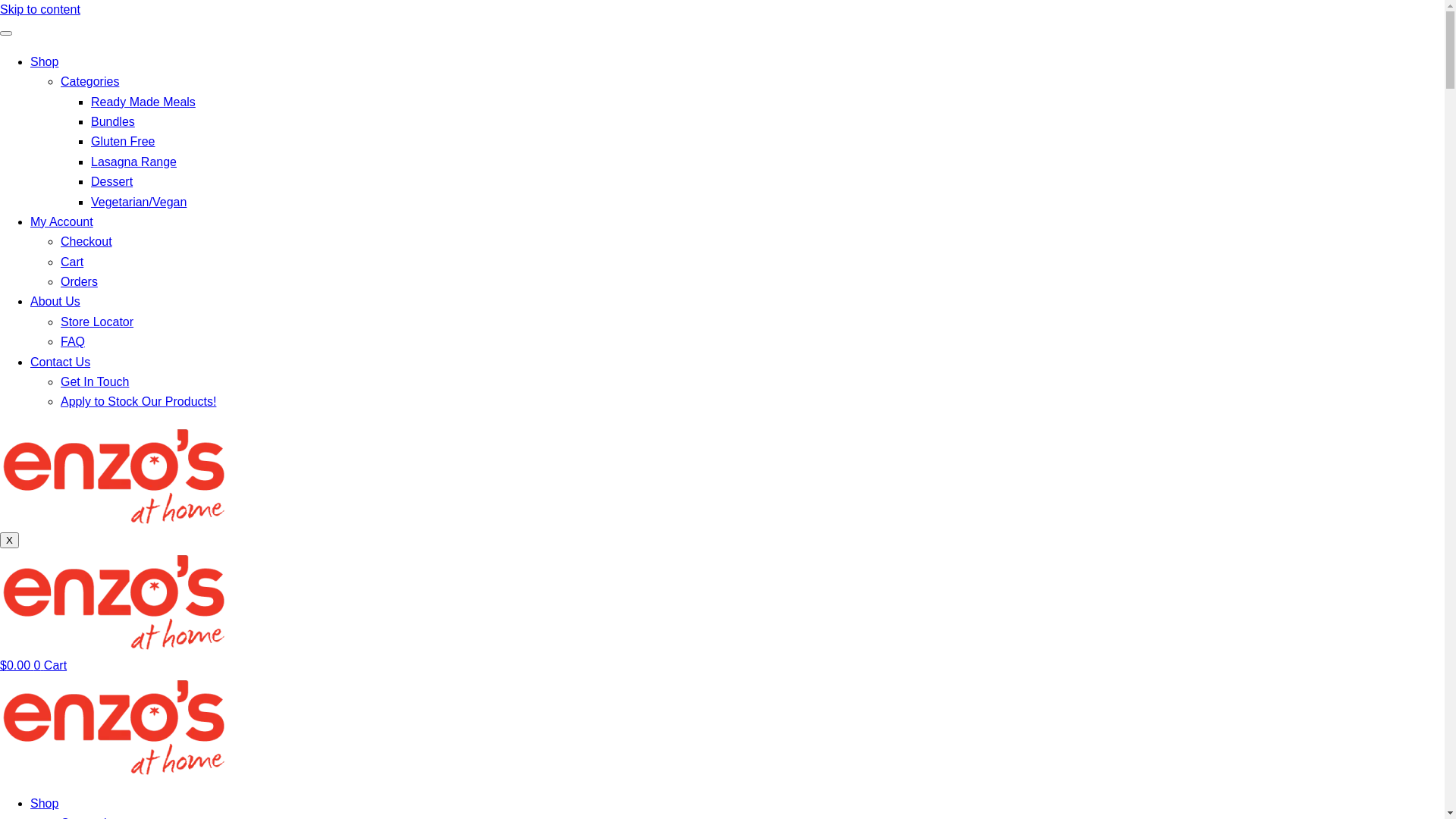  What do you see at coordinates (96, 321) in the screenshot?
I see `'Store Locator'` at bounding box center [96, 321].